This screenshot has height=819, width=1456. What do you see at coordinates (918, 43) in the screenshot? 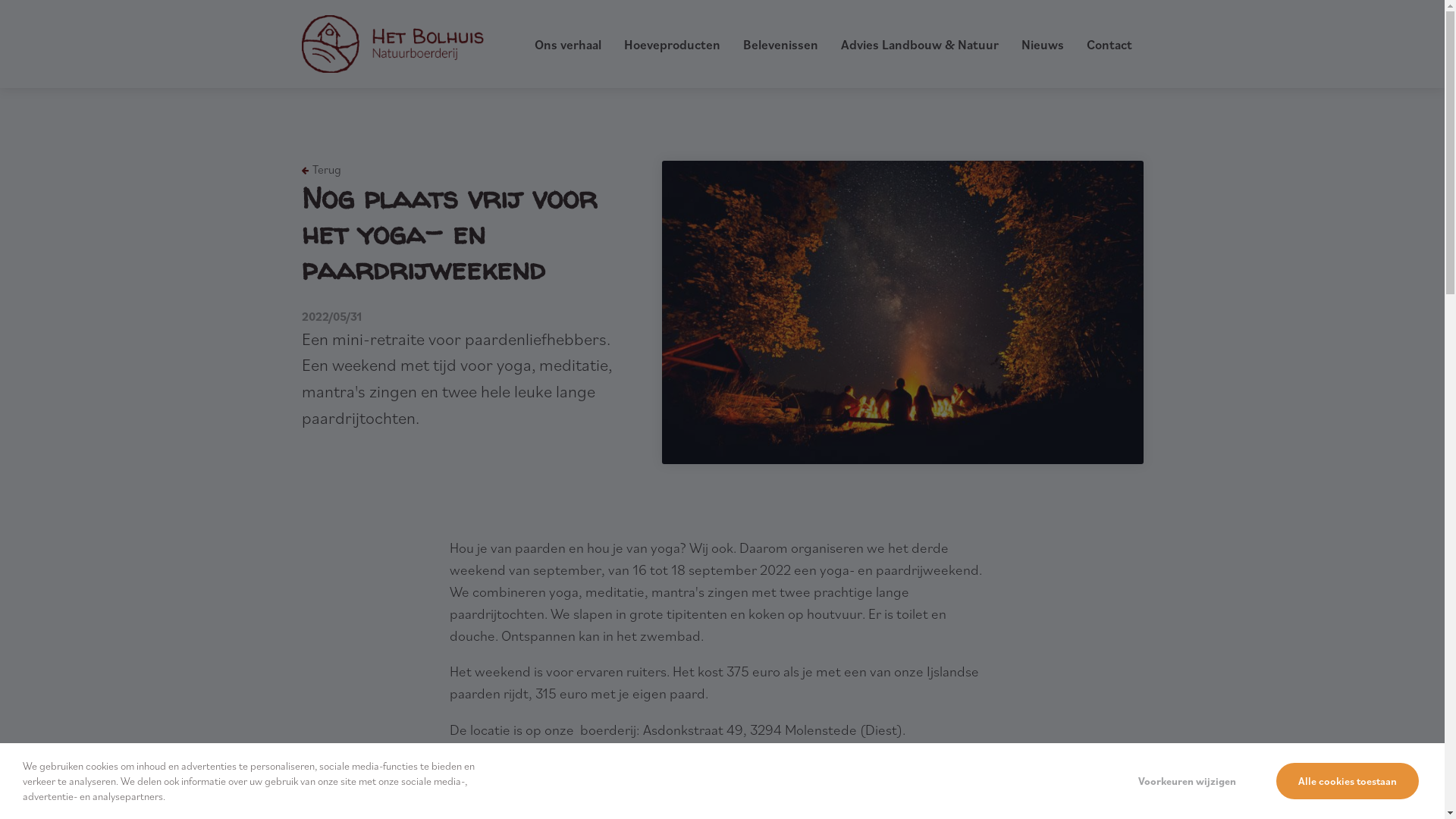
I see `'Advies Landbouw & Natuur'` at bounding box center [918, 43].